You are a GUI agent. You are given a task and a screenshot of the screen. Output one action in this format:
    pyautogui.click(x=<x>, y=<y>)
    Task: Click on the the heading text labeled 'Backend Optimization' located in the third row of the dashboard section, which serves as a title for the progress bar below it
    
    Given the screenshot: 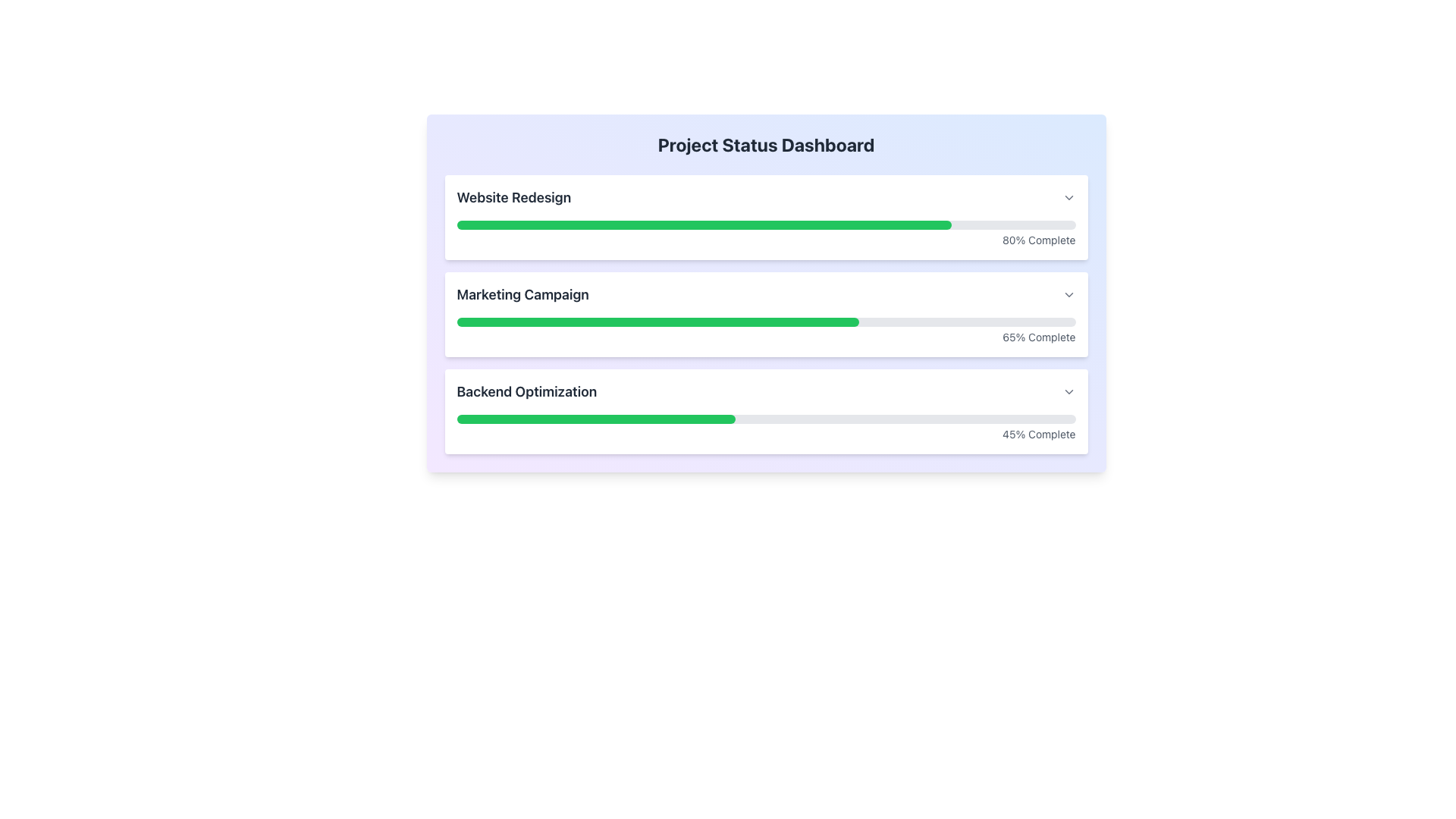 What is the action you would take?
    pyautogui.click(x=526, y=391)
    